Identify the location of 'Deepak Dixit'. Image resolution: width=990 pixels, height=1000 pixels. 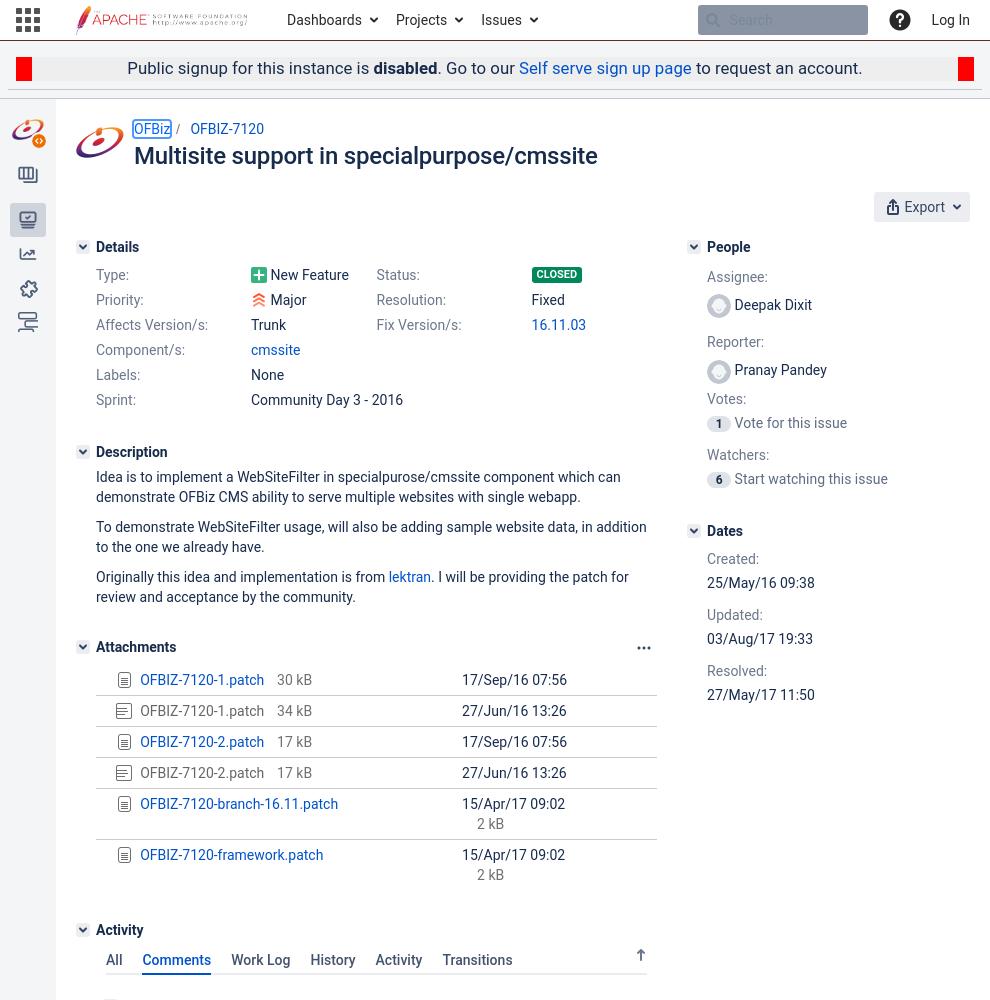
(771, 304).